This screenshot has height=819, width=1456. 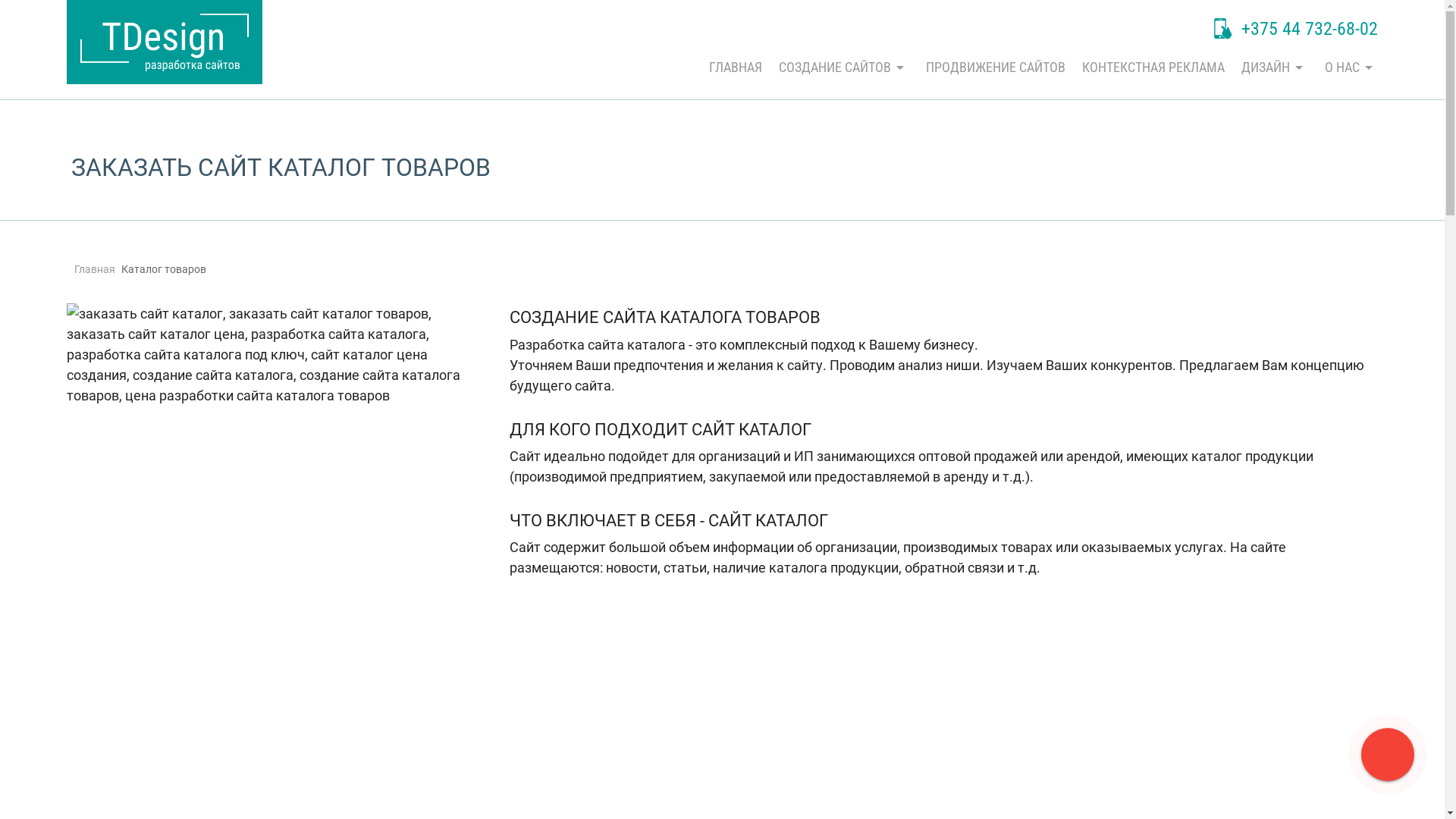 I want to click on '+375 44 732-68-02', so click(x=1294, y=30).